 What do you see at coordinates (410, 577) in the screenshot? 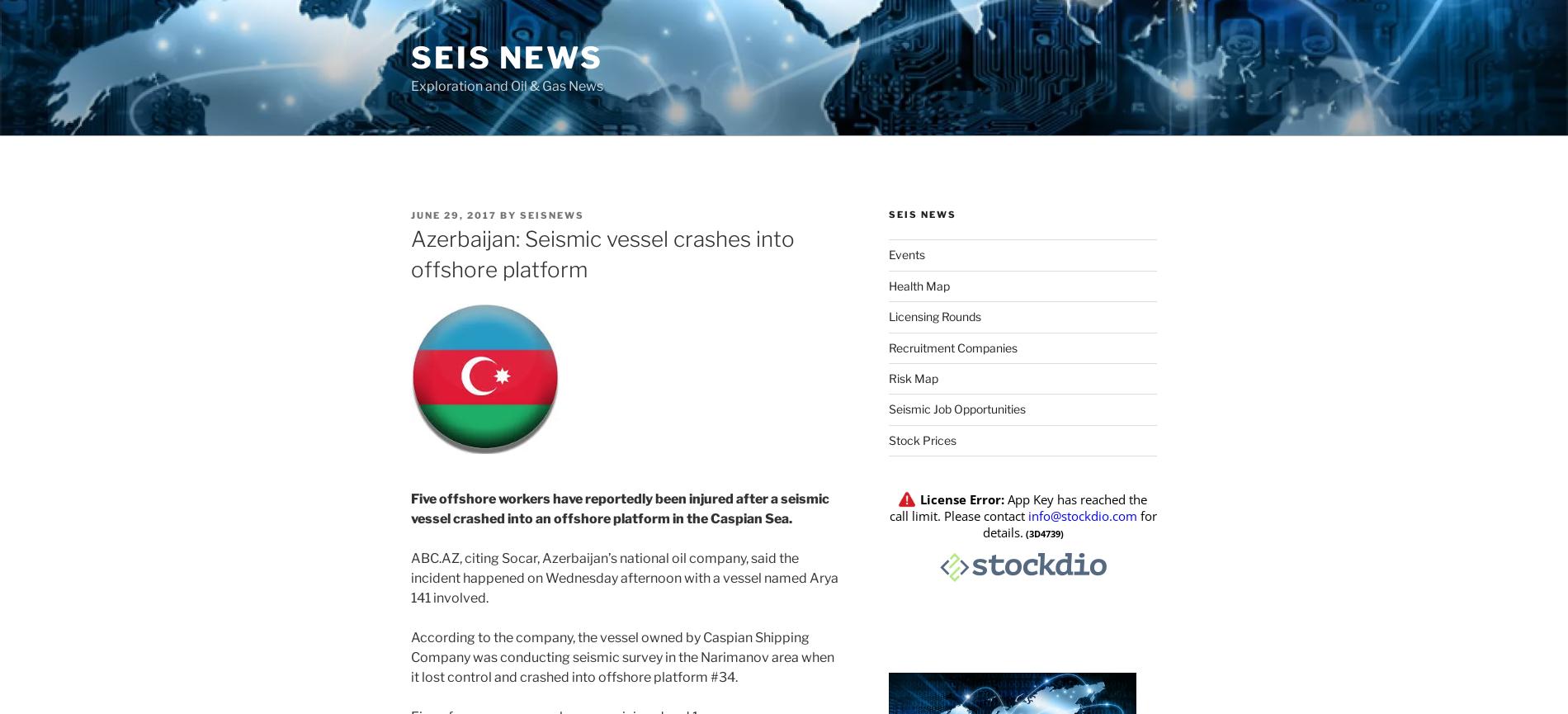
I see `'ABC.AZ, citing Socar, Azerbaijan’s national oil company, said the incident happened on Wednesday afternoon with a vessel named Arya 141 involved.'` at bounding box center [410, 577].